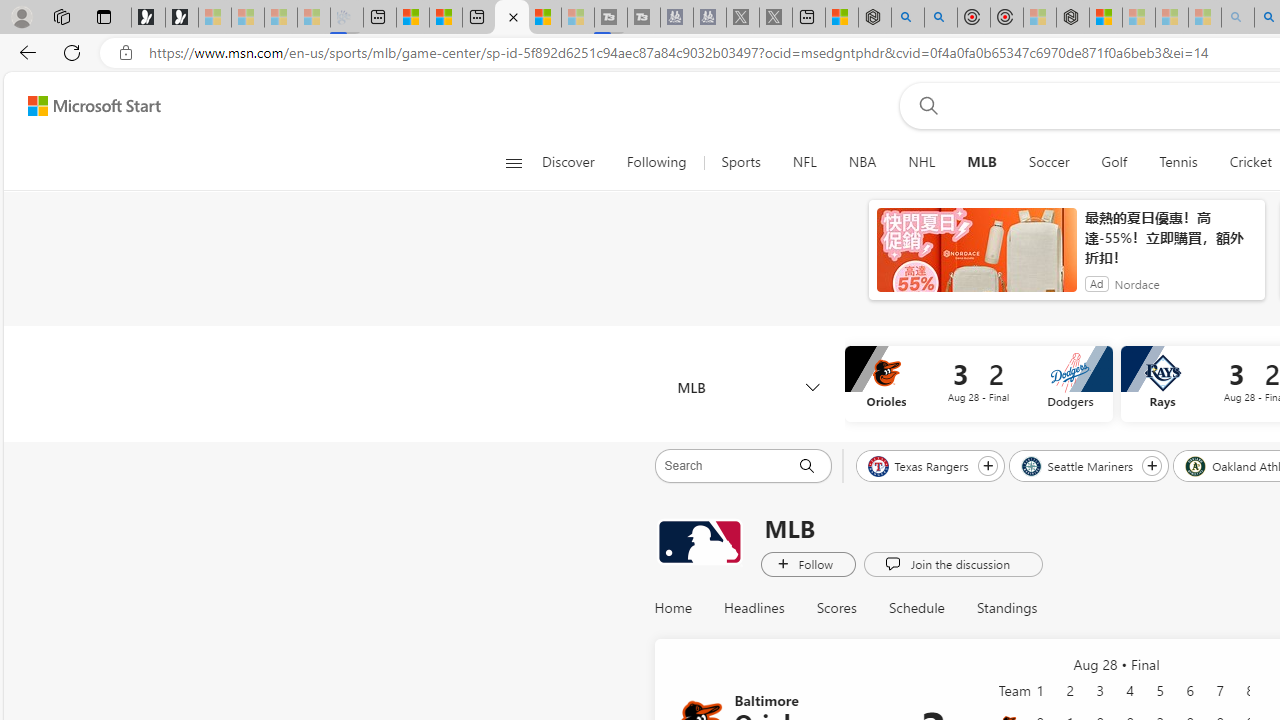  What do you see at coordinates (1178, 162) in the screenshot?
I see `'Tennis'` at bounding box center [1178, 162].